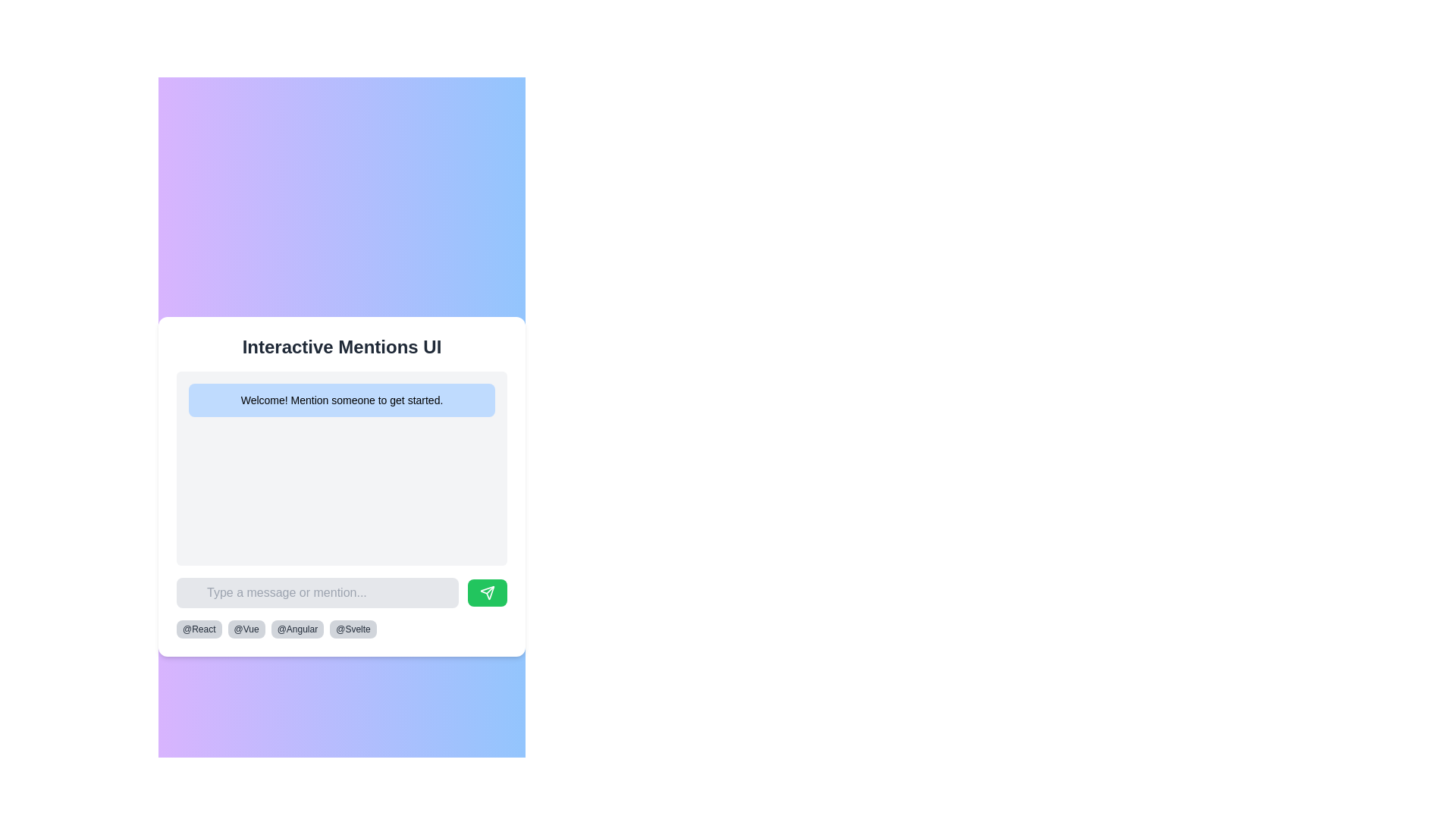 Image resolution: width=1456 pixels, height=819 pixels. I want to click on the text label that displays 'Welcome! Mention someone to get started.' which has a light blue background and rounded corners, located at the top-center of the interface, so click(341, 400).